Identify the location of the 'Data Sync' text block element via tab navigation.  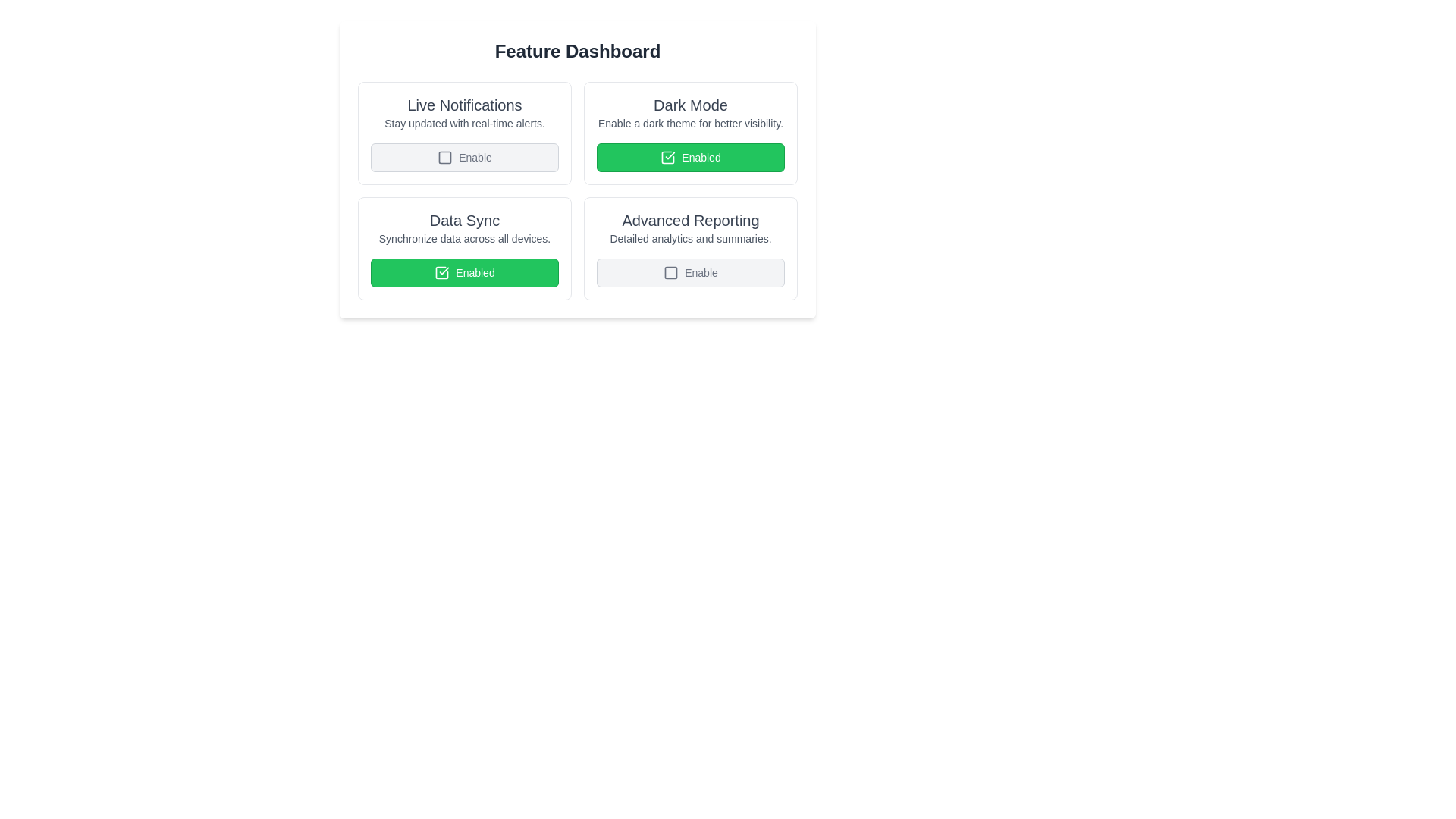
(464, 227).